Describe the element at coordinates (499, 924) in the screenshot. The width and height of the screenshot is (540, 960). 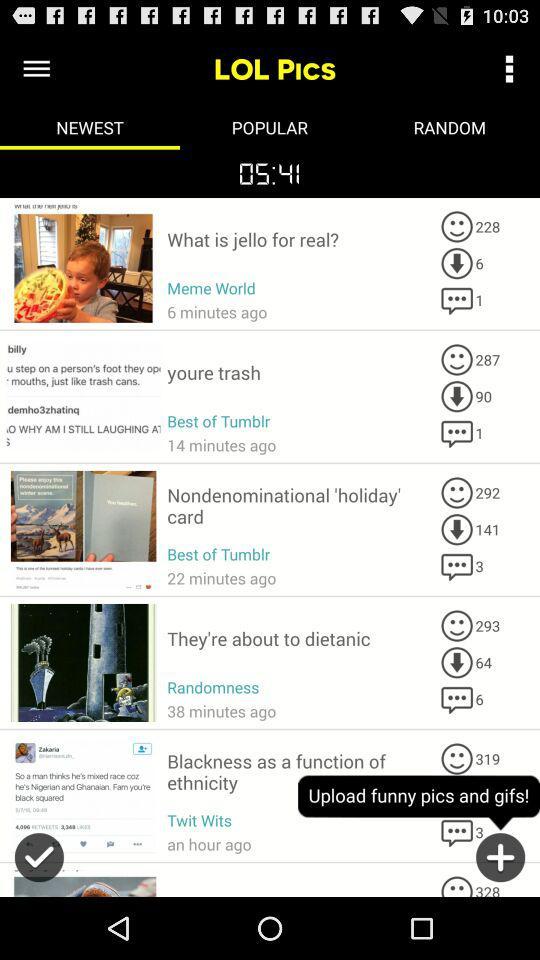
I see `the add icon` at that location.